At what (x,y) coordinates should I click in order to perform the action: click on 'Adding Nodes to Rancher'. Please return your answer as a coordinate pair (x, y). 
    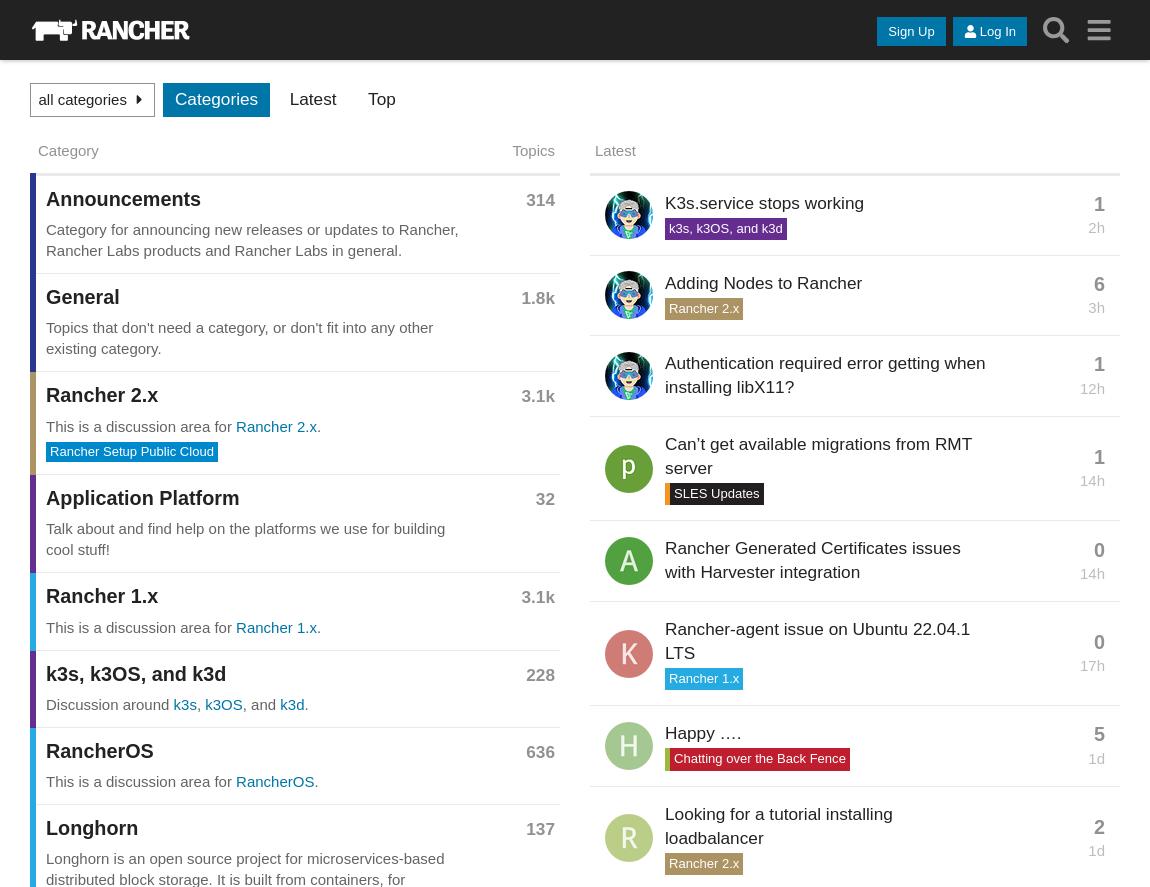
    Looking at the image, I should click on (762, 280).